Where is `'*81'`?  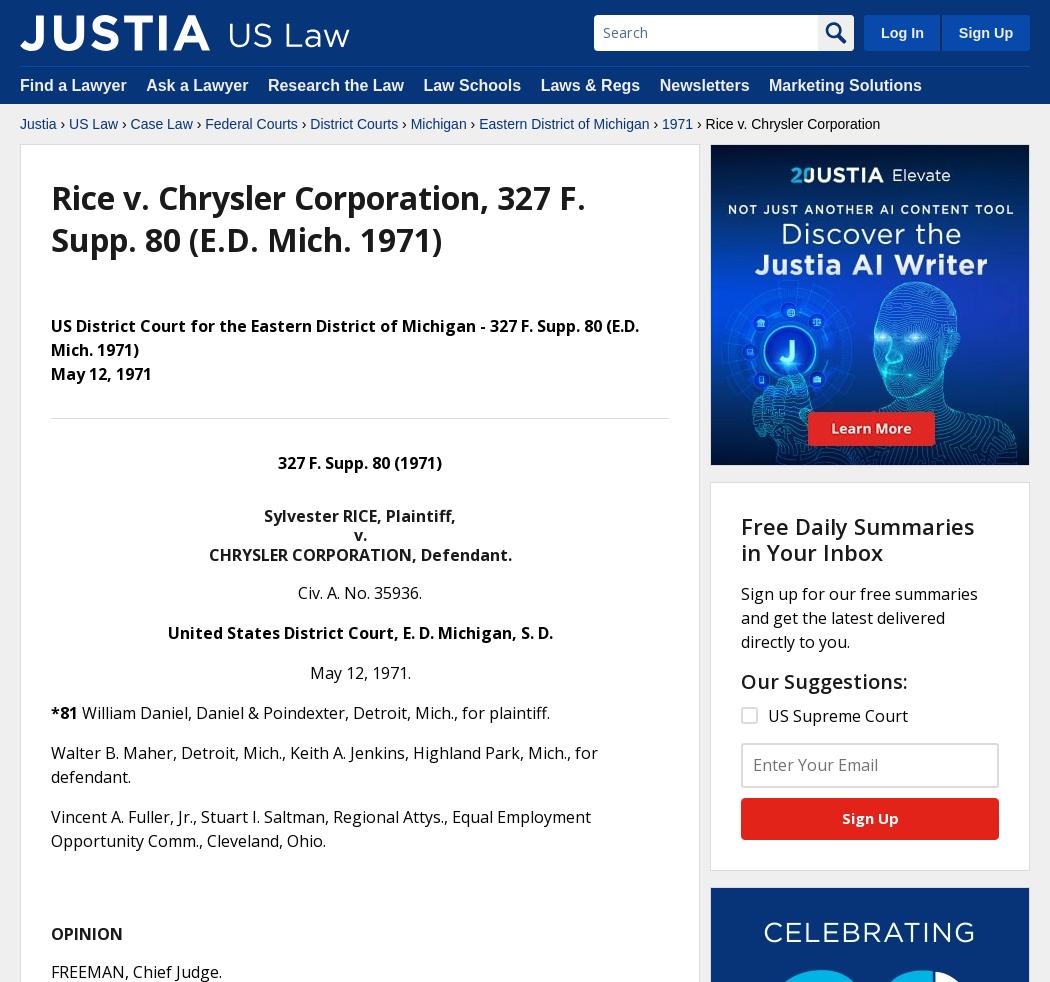 '*81' is located at coordinates (63, 711).